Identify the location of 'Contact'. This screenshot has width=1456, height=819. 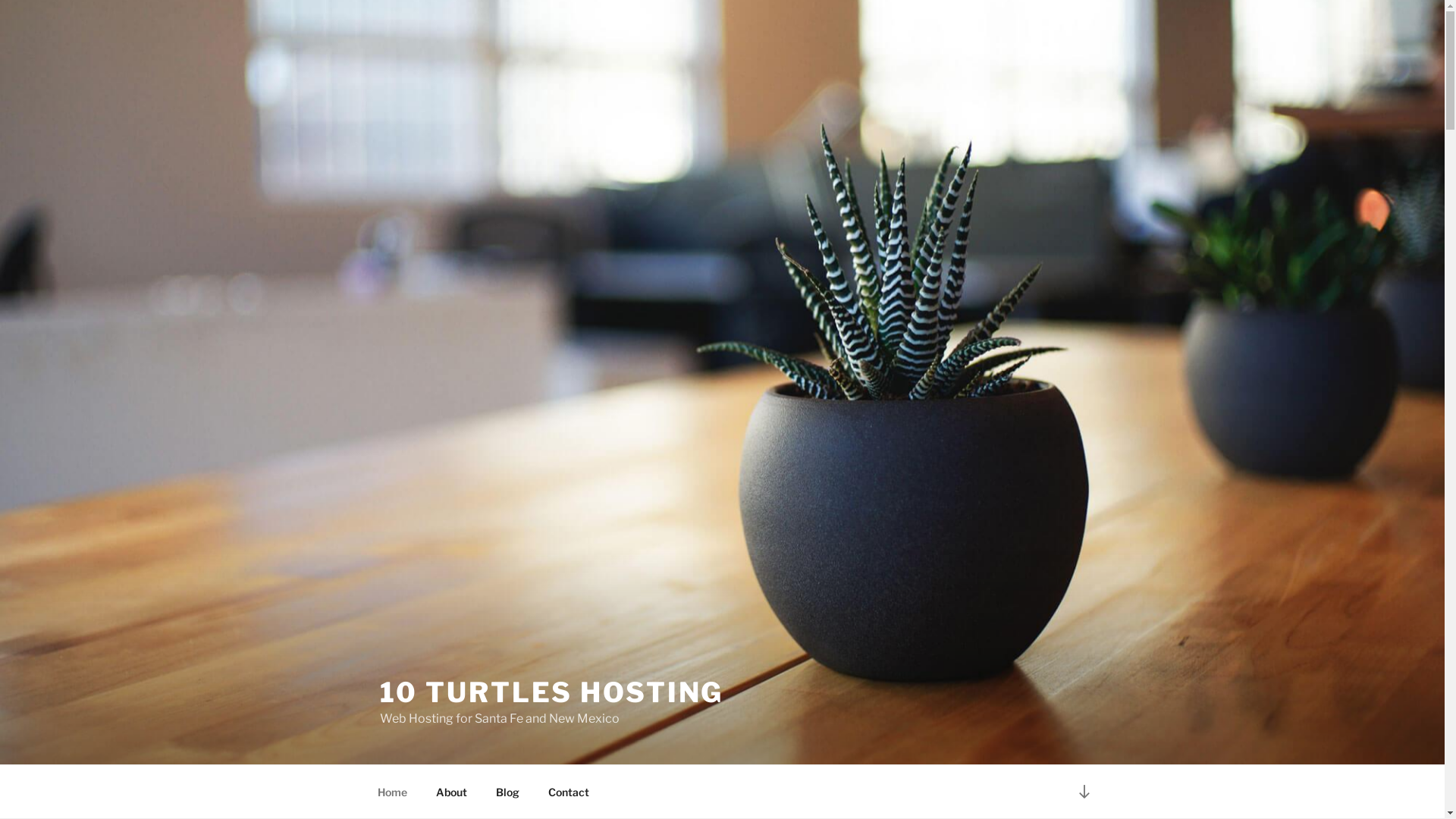
(568, 791).